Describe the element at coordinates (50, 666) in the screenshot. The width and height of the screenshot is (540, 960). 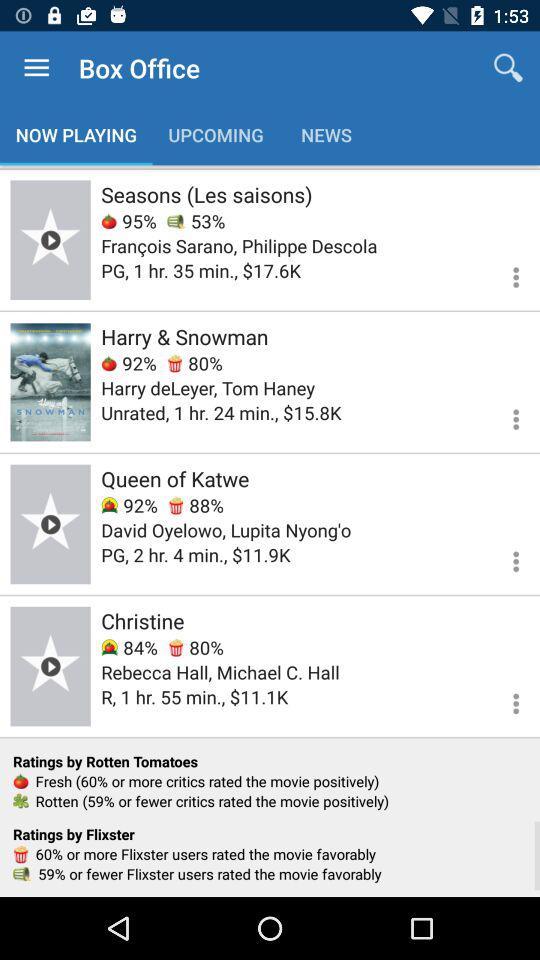
I see `trailer` at that location.